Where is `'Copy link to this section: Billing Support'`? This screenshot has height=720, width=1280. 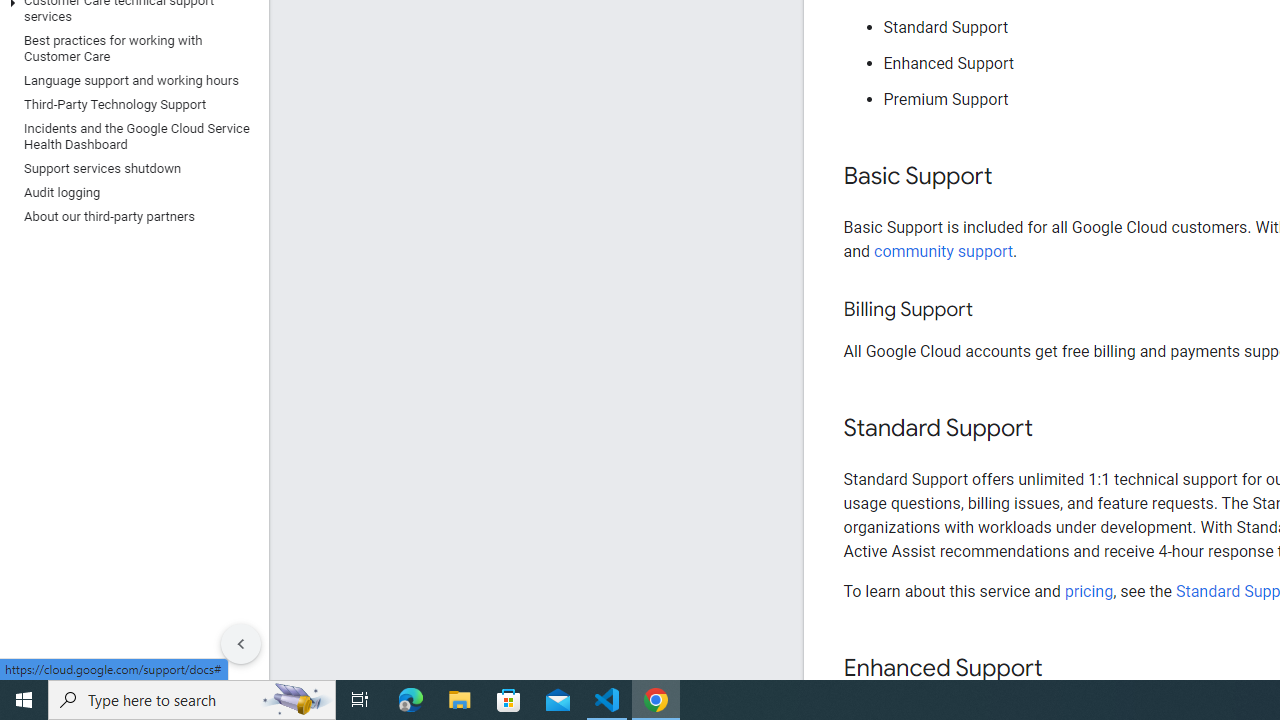
'Copy link to this section: Billing Support' is located at coordinates (992, 310).